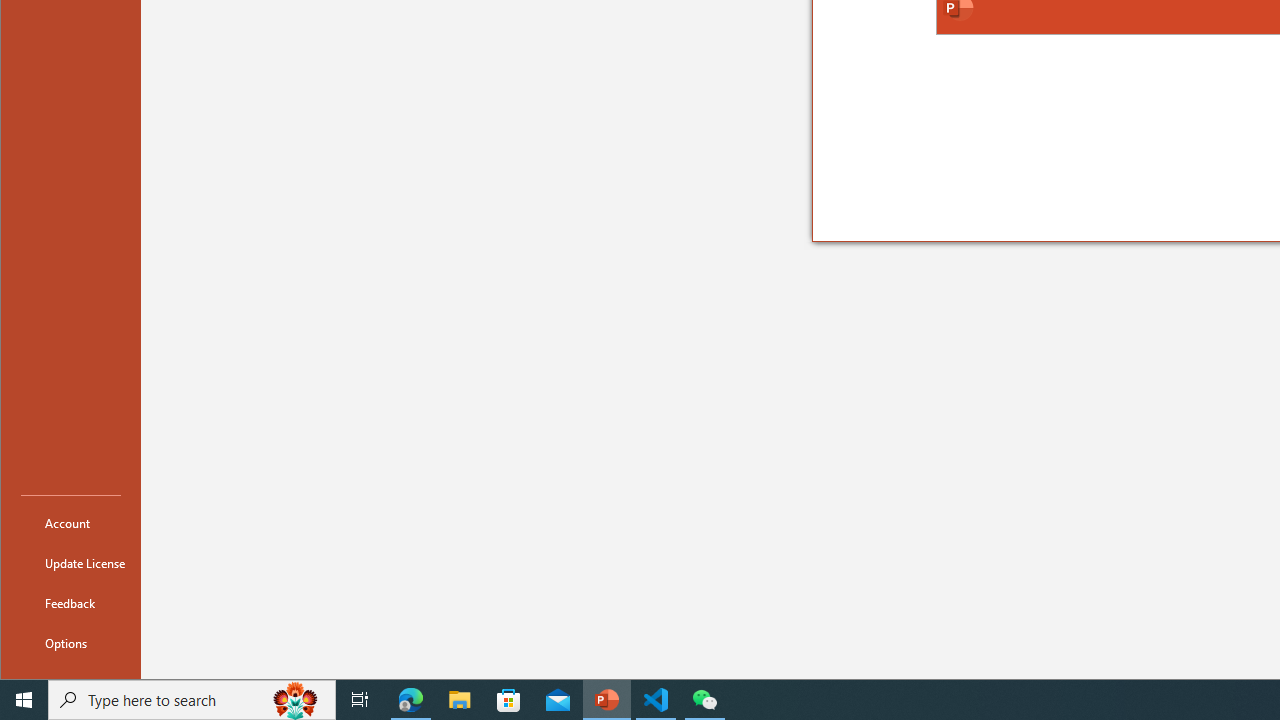 This screenshot has height=720, width=1280. I want to click on 'PowerPoint - 1 running window', so click(606, 698).